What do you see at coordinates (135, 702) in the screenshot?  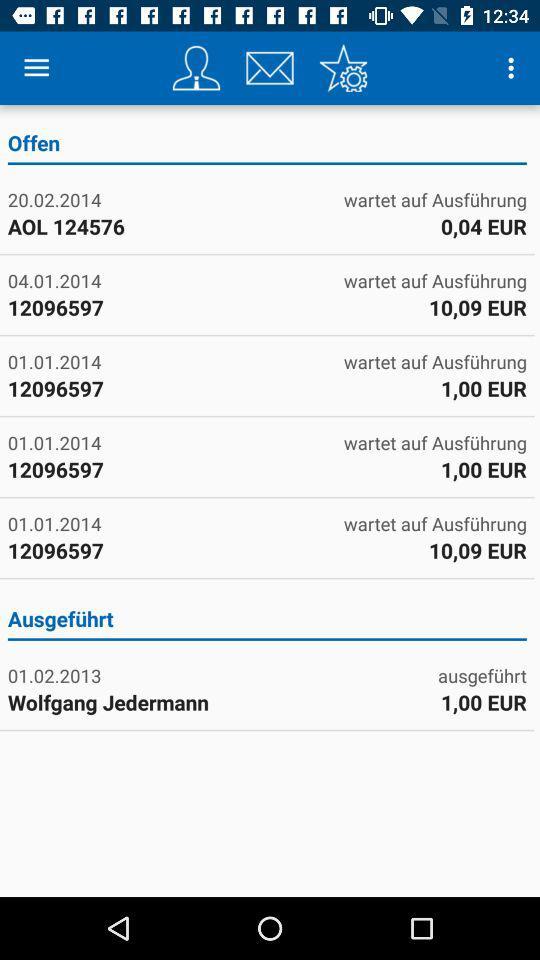 I see `icon below the 01.02.2013 item` at bounding box center [135, 702].